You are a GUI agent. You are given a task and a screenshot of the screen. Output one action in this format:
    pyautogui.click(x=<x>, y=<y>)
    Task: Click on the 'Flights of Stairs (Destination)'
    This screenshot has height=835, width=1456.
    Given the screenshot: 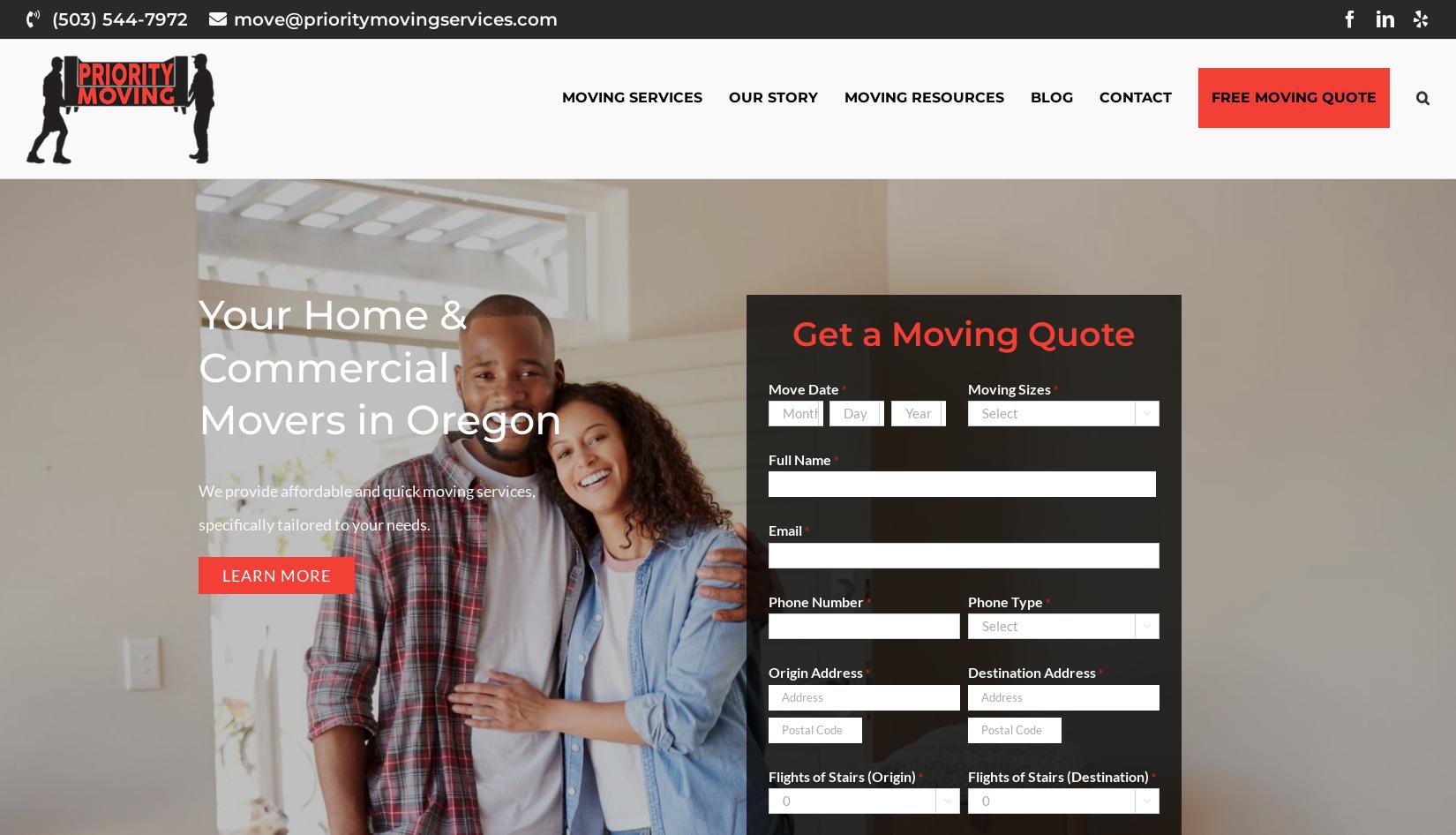 What is the action you would take?
    pyautogui.click(x=1057, y=774)
    